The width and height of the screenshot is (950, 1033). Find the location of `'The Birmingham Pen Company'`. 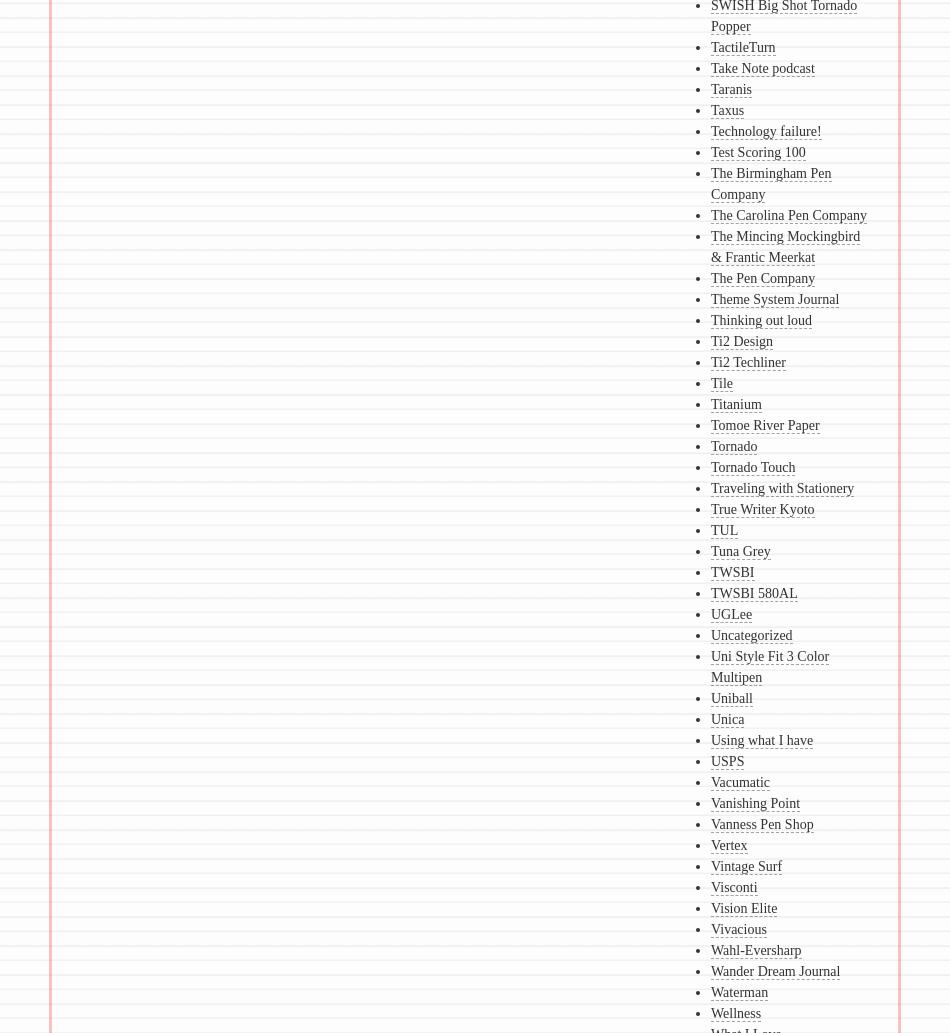

'The Birmingham Pen Company' is located at coordinates (710, 182).